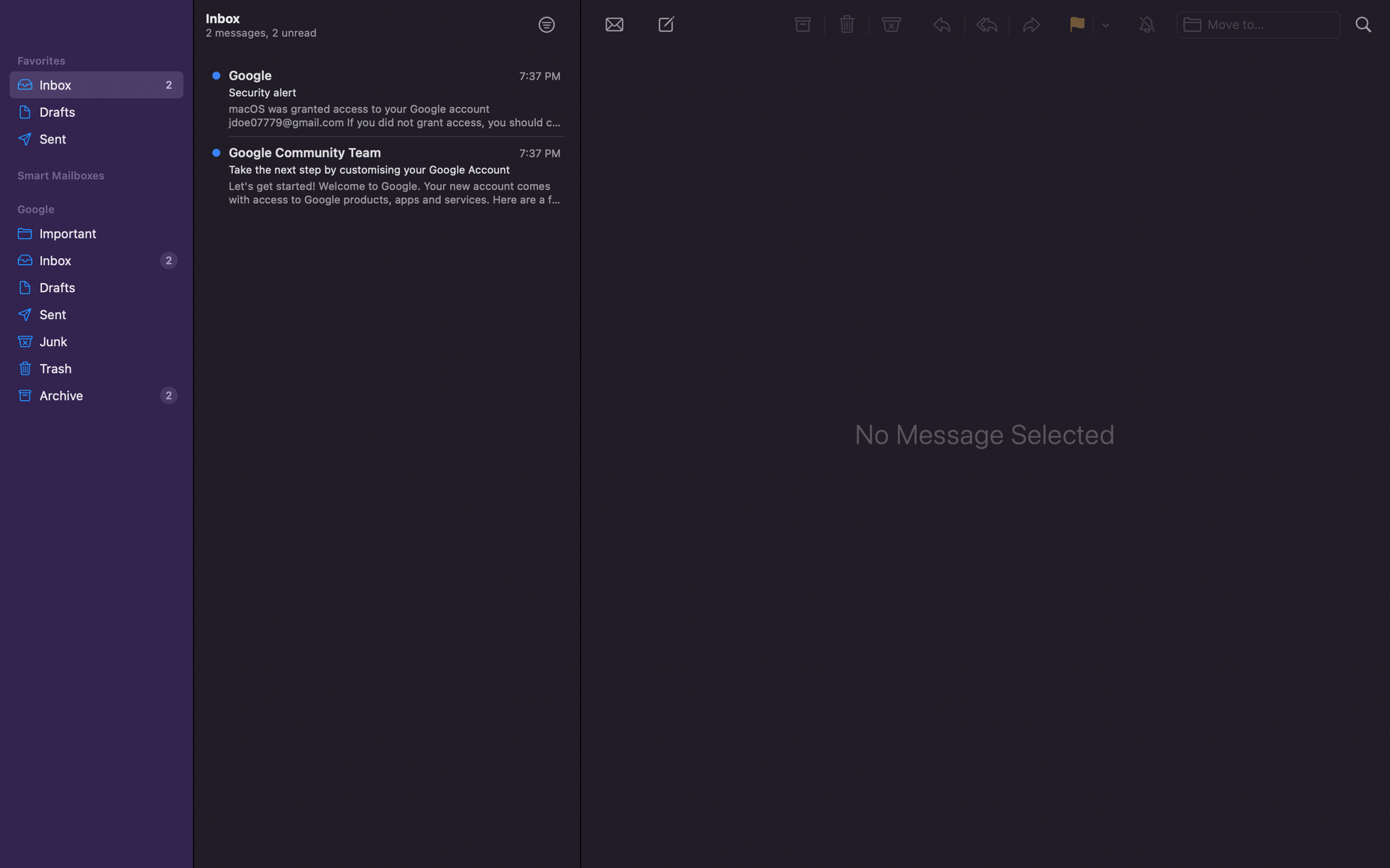 The height and width of the screenshot is (868, 1390). I want to click on Click the option to compose new message, so click(669, 26).